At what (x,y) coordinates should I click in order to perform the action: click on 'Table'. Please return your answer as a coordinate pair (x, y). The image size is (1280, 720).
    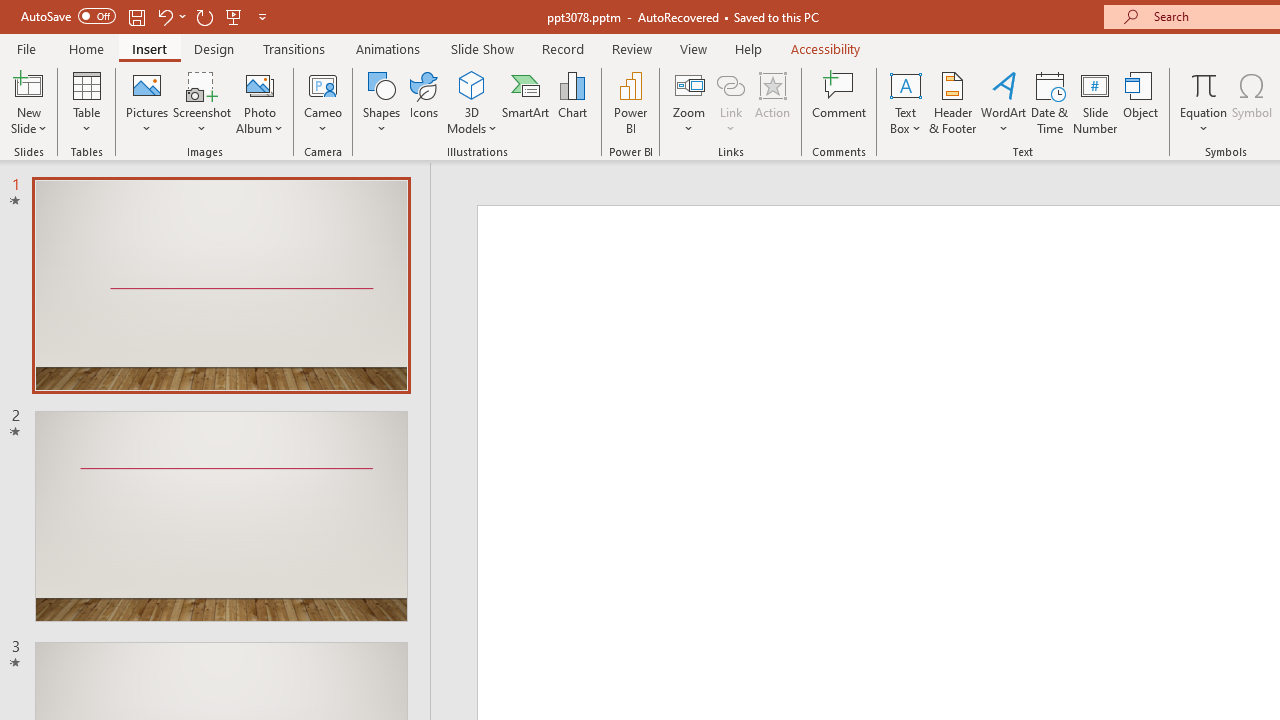
    Looking at the image, I should click on (86, 103).